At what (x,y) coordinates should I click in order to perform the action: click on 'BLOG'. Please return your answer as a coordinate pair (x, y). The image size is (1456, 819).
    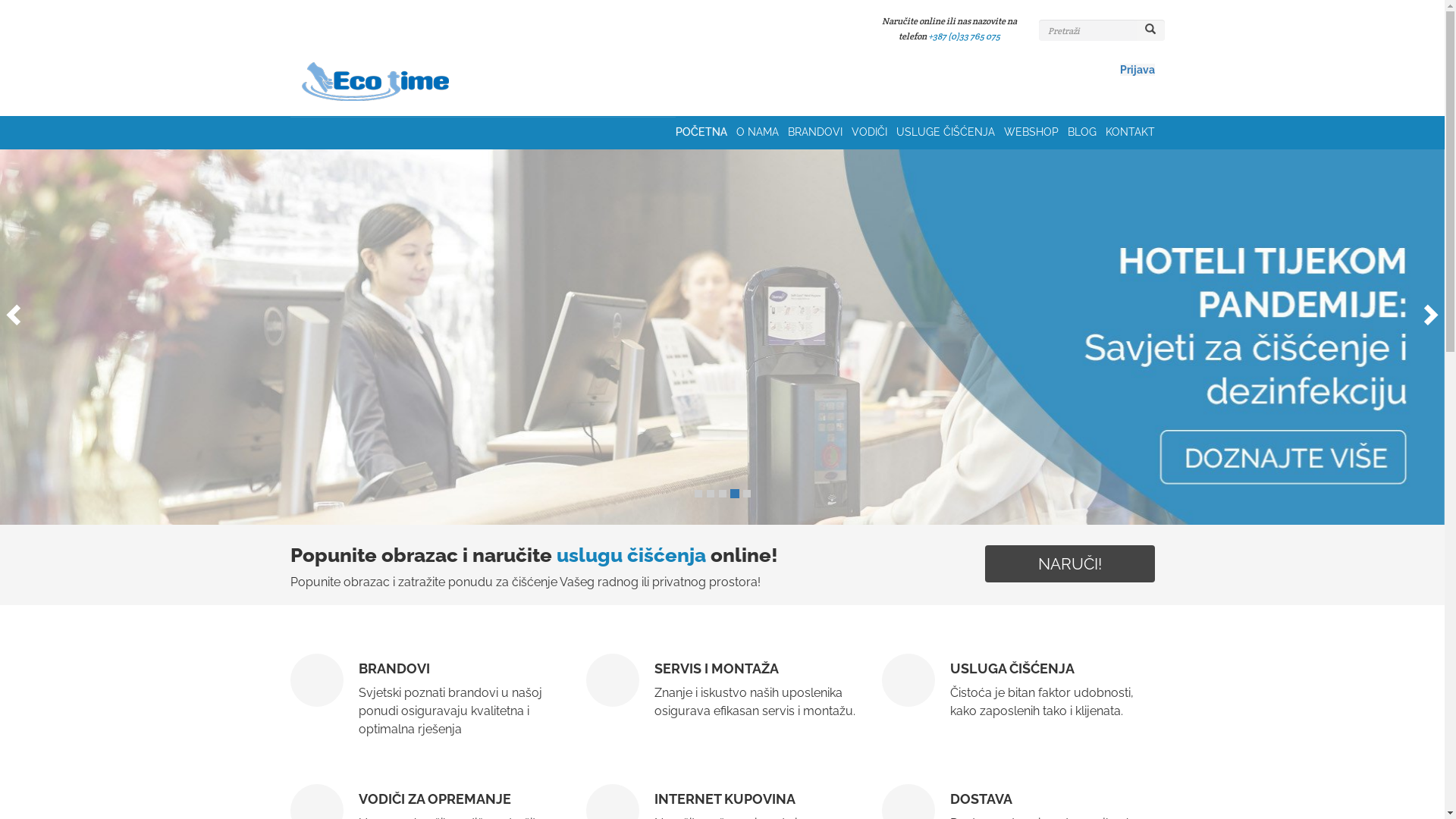
    Looking at the image, I should click on (1066, 131).